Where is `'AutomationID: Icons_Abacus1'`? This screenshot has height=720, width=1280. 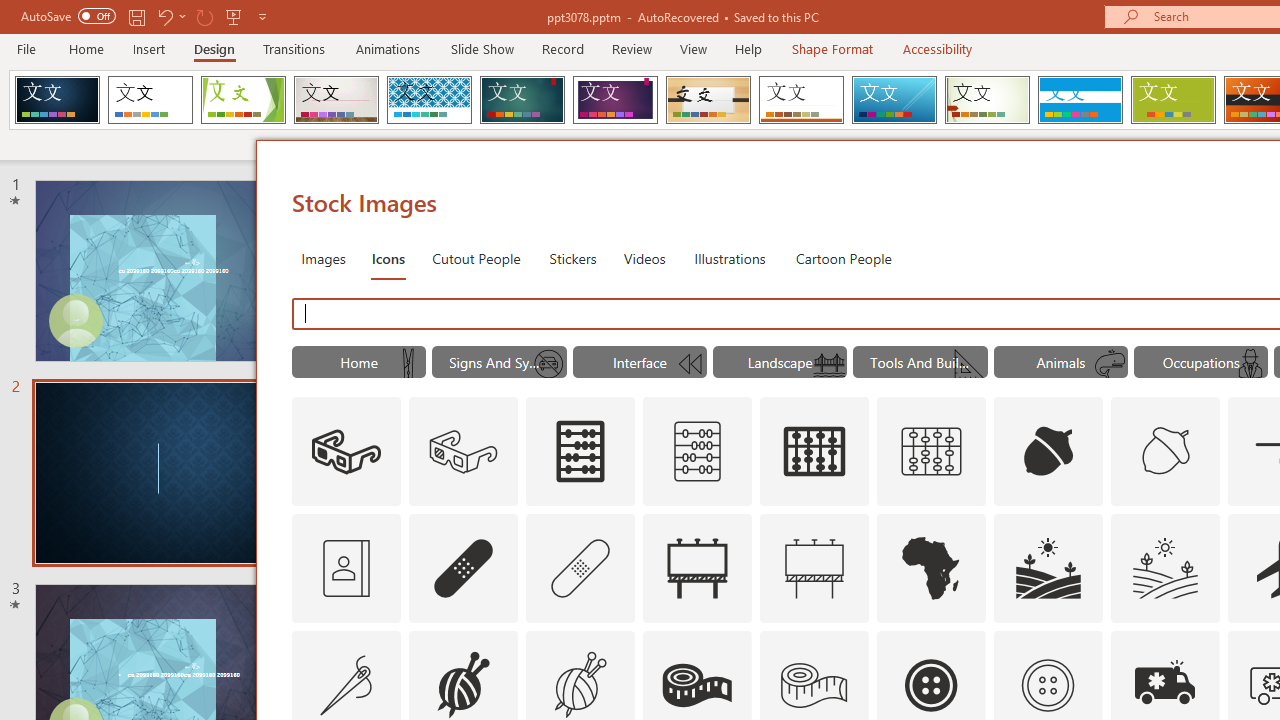
'AutomationID: Icons_Abacus1' is located at coordinates (815, 452).